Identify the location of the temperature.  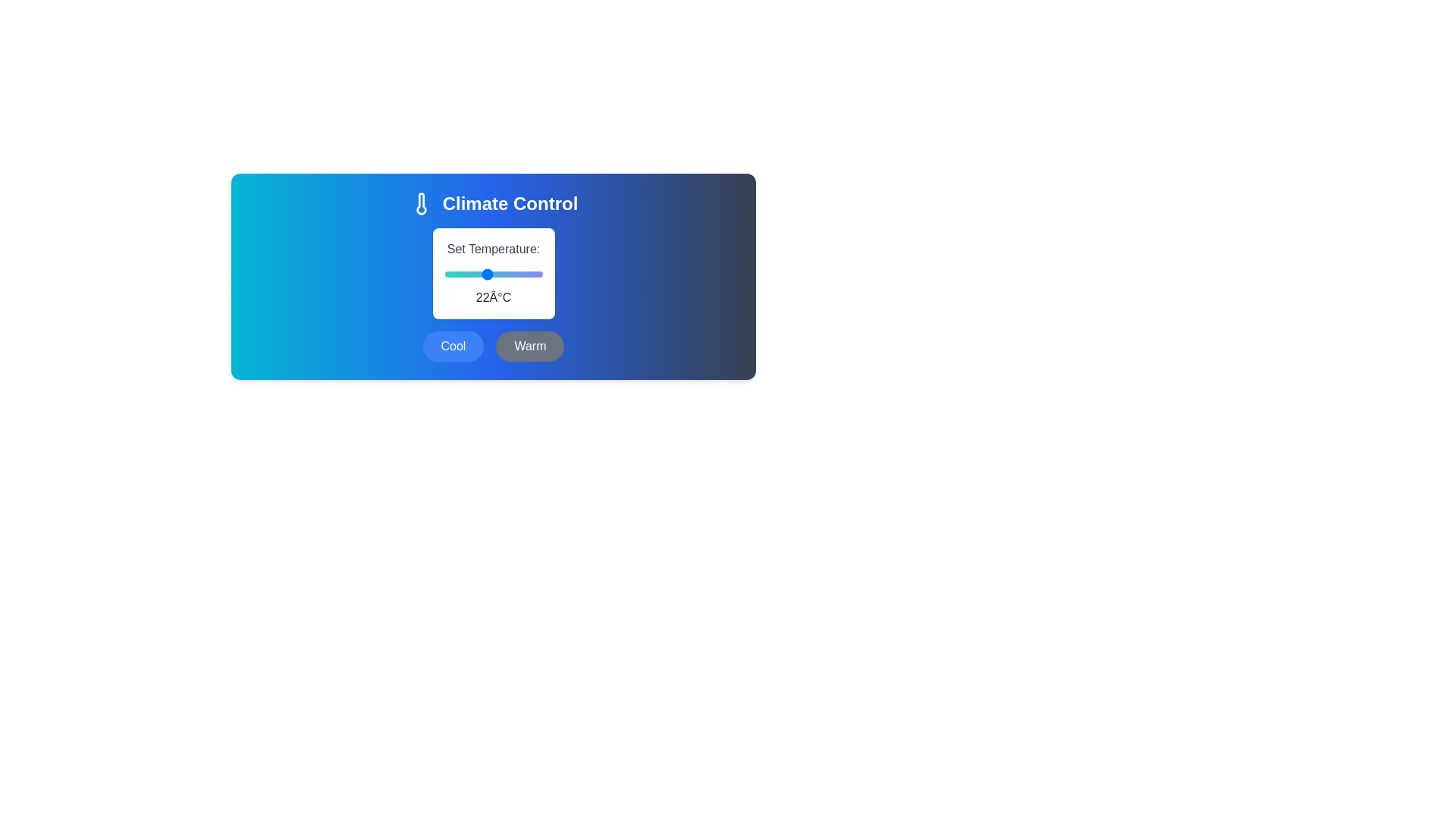
(535, 275).